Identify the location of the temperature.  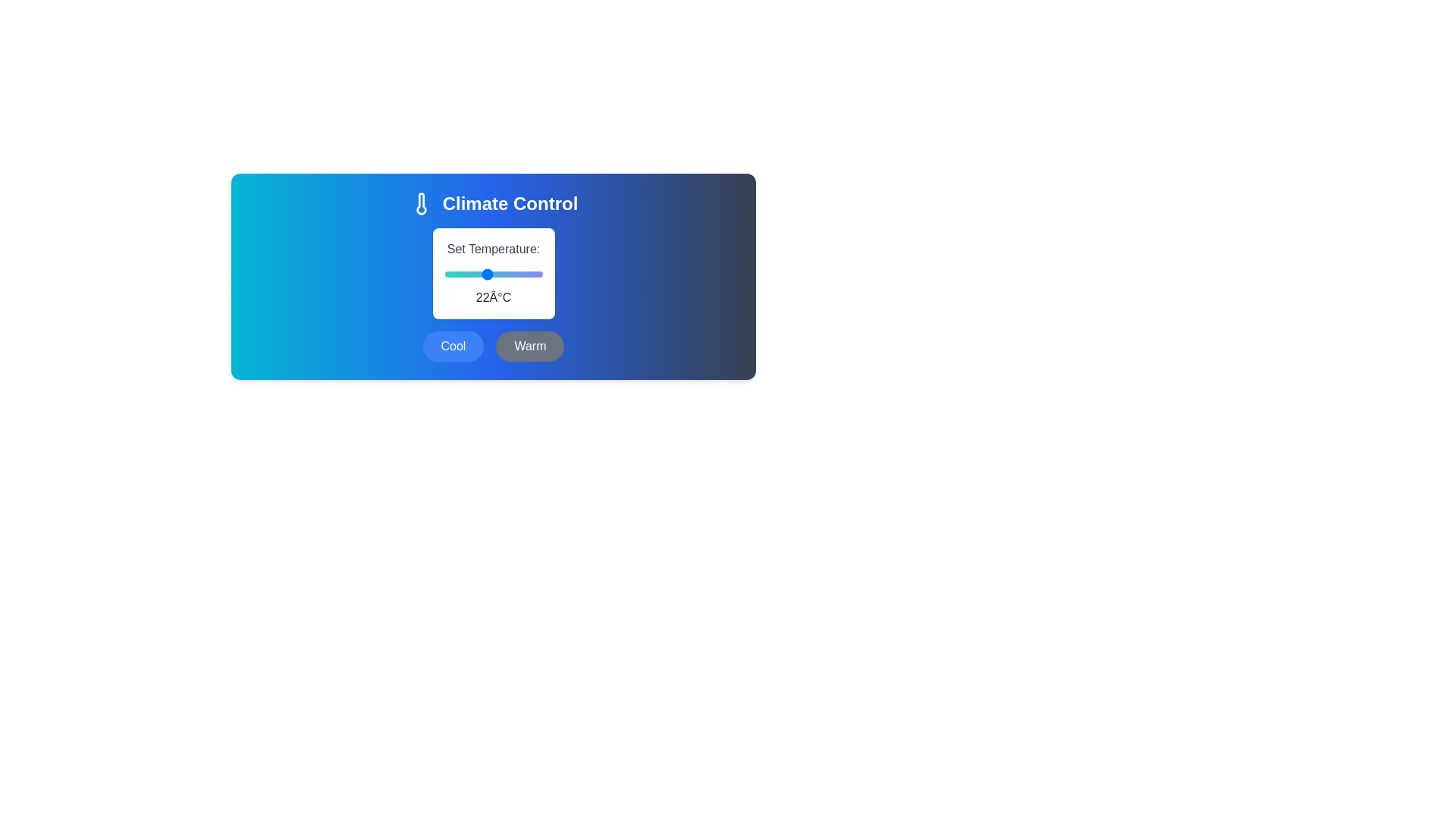
(535, 275).